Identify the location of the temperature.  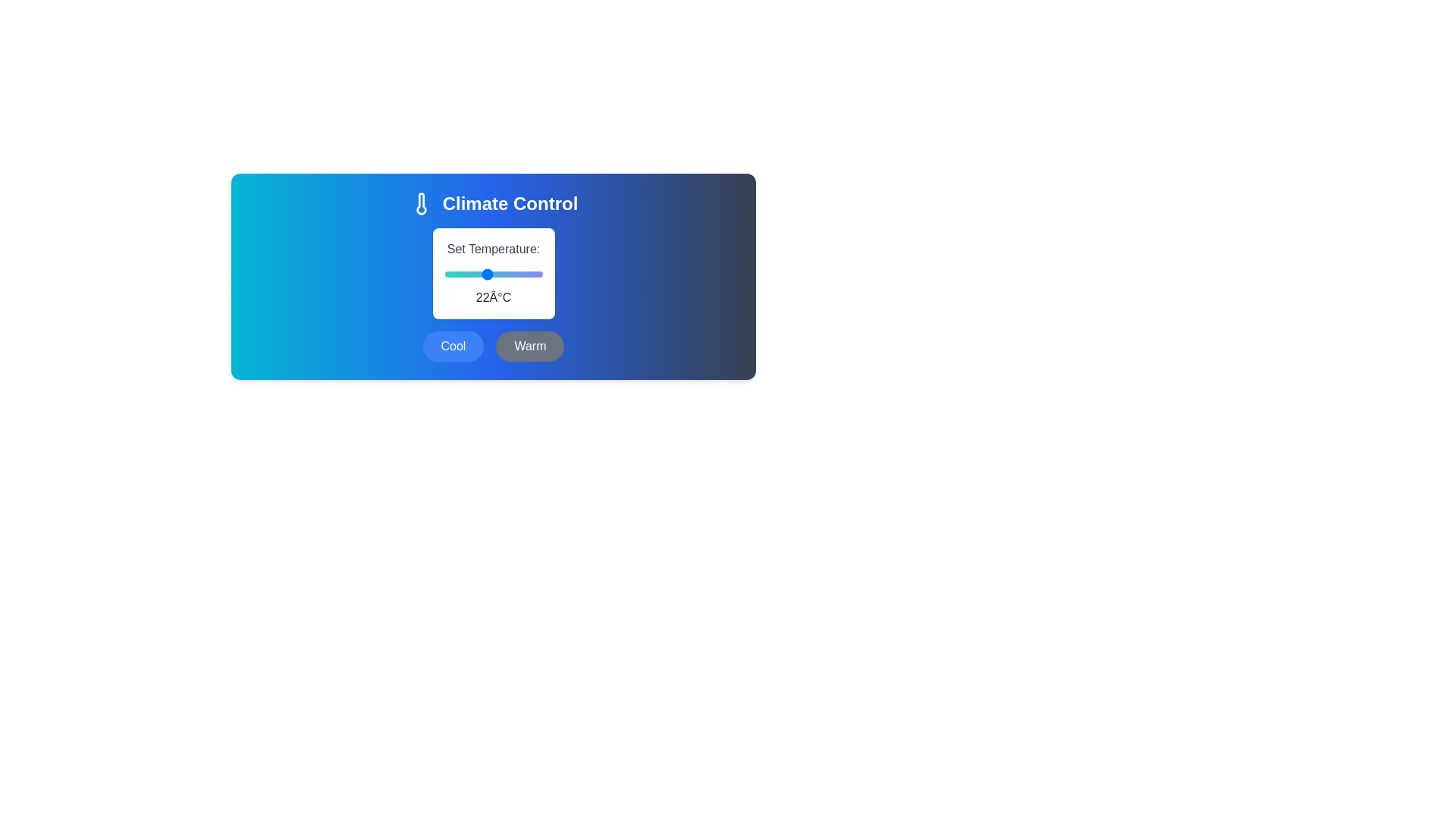
(535, 275).